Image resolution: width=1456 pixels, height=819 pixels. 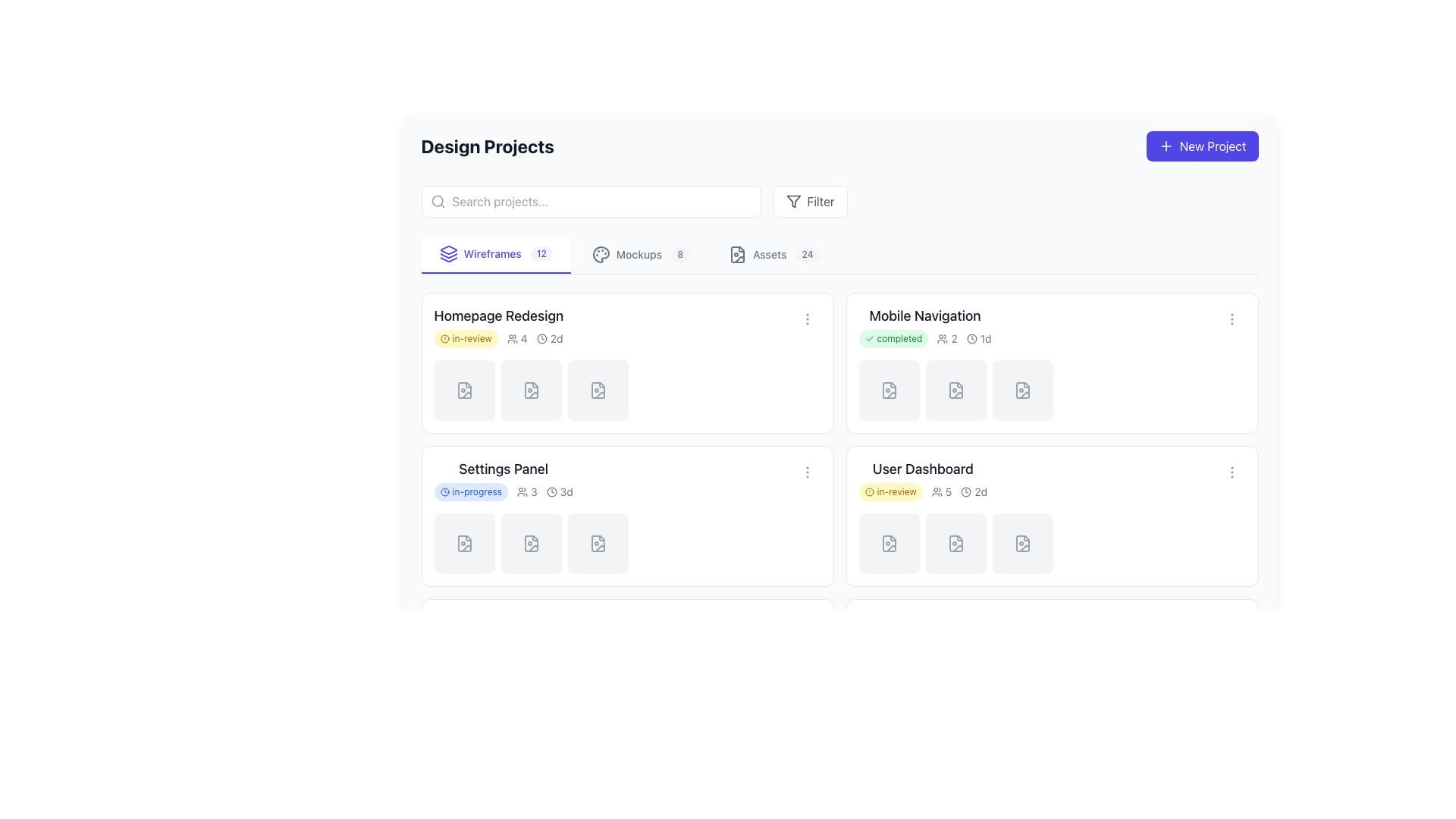 What do you see at coordinates (531, 543) in the screenshot?
I see `the visual card with an image icon located in the second item of the grid under the 'Settings Panel' section of the 'Design Projects' interface` at bounding box center [531, 543].